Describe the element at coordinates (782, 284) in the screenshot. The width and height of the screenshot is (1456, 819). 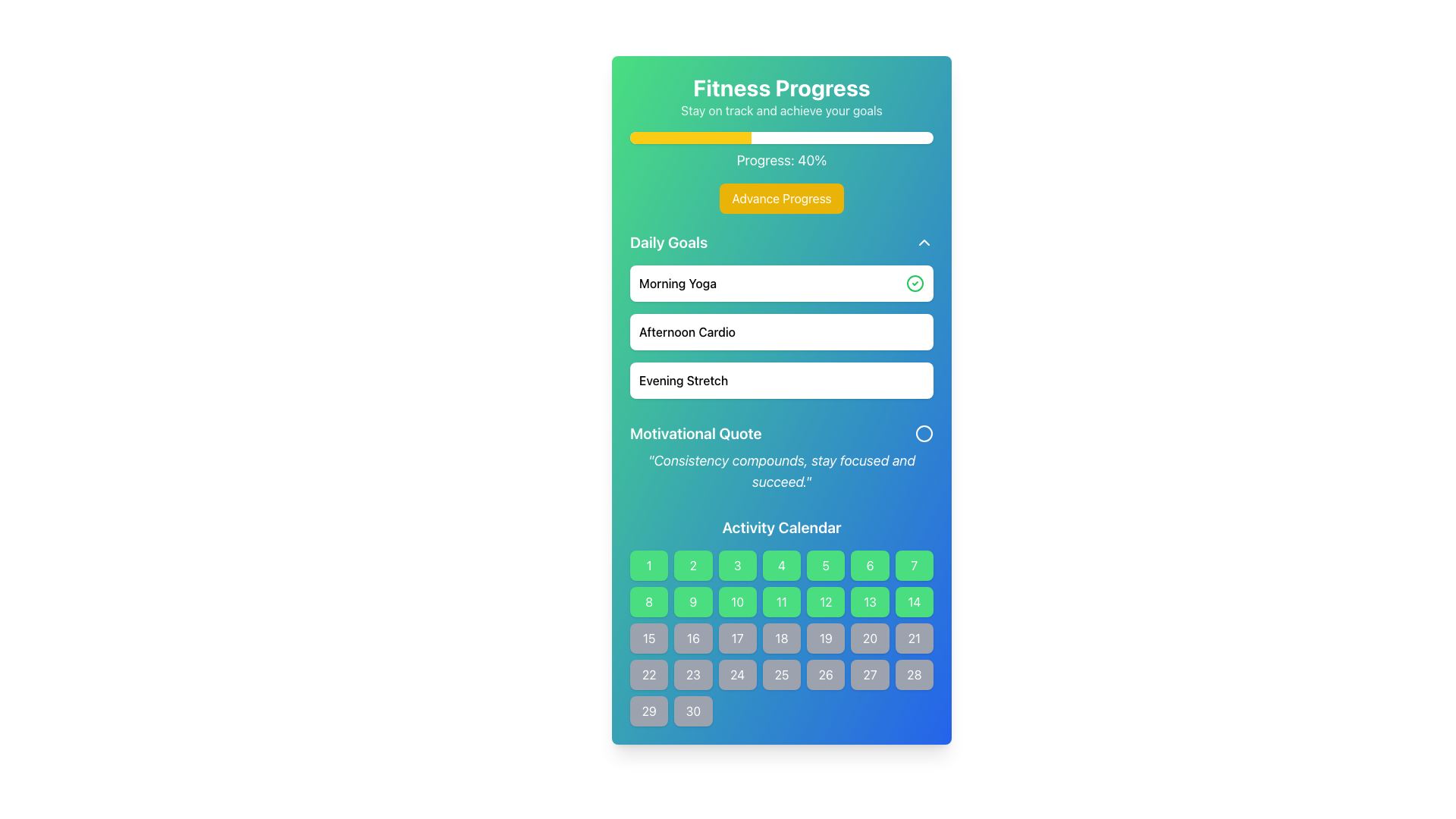
I see `the 'Morning Yoga' list item with a green checkmark indicator in the 'Daily Goals' section` at that location.